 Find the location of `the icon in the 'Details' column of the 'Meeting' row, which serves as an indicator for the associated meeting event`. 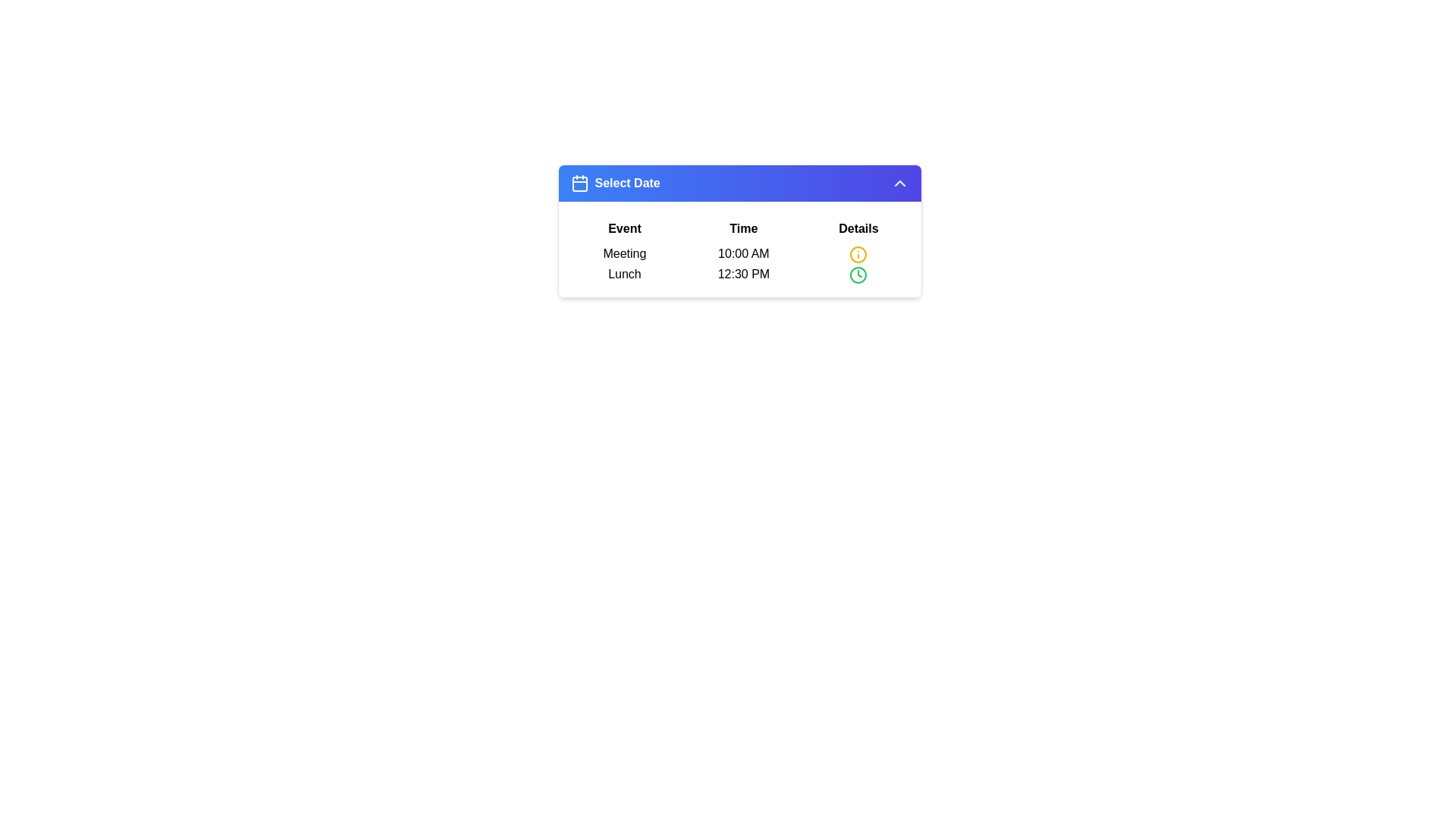

the icon in the 'Details' column of the 'Meeting' row, which serves as an indicator for the associated meeting event is located at coordinates (858, 253).